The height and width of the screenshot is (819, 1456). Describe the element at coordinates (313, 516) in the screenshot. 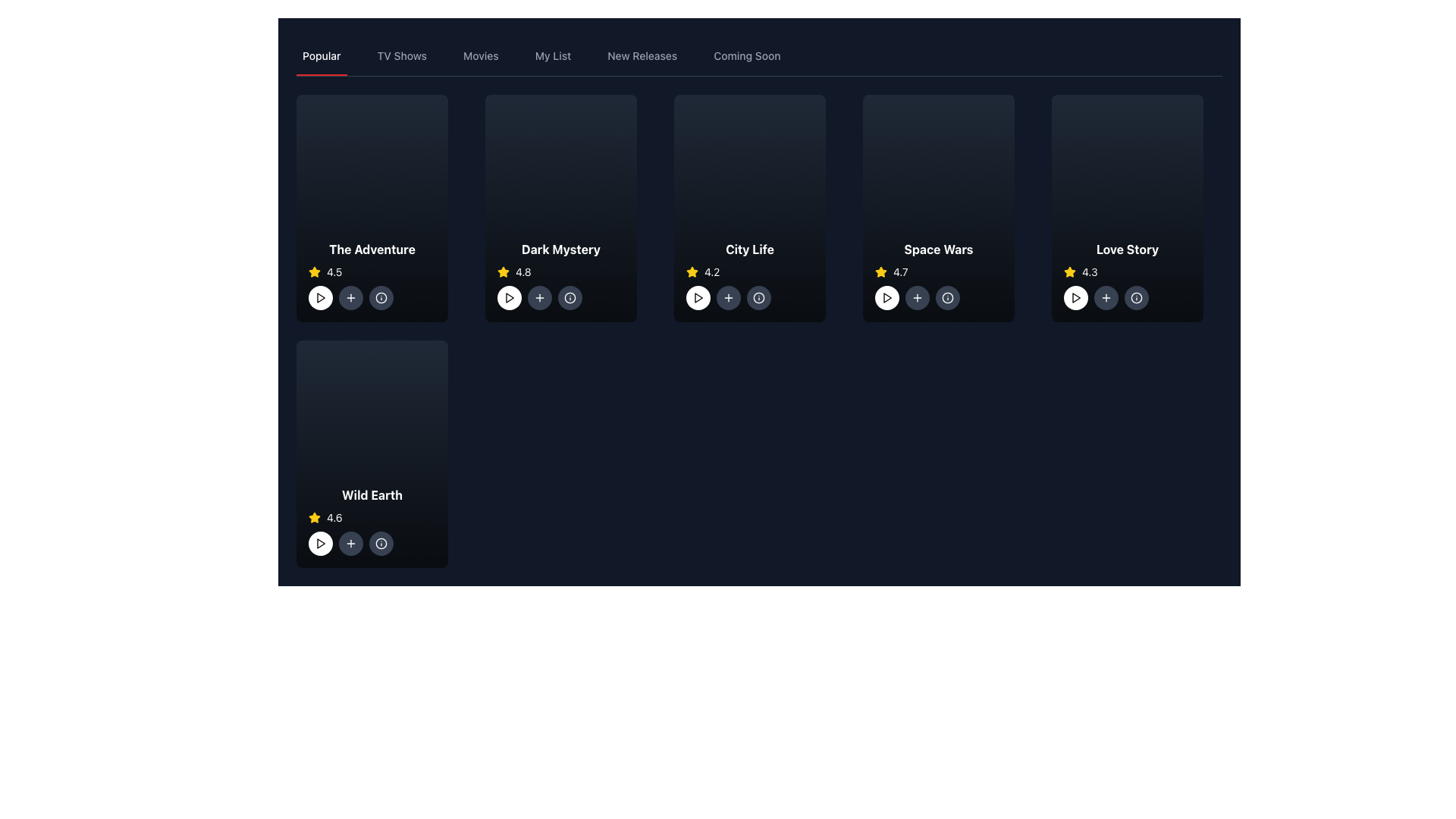

I see `the rating icon representing a positive rating for the media item located in the lower-left corner of the 'Wild Earth' card` at that location.